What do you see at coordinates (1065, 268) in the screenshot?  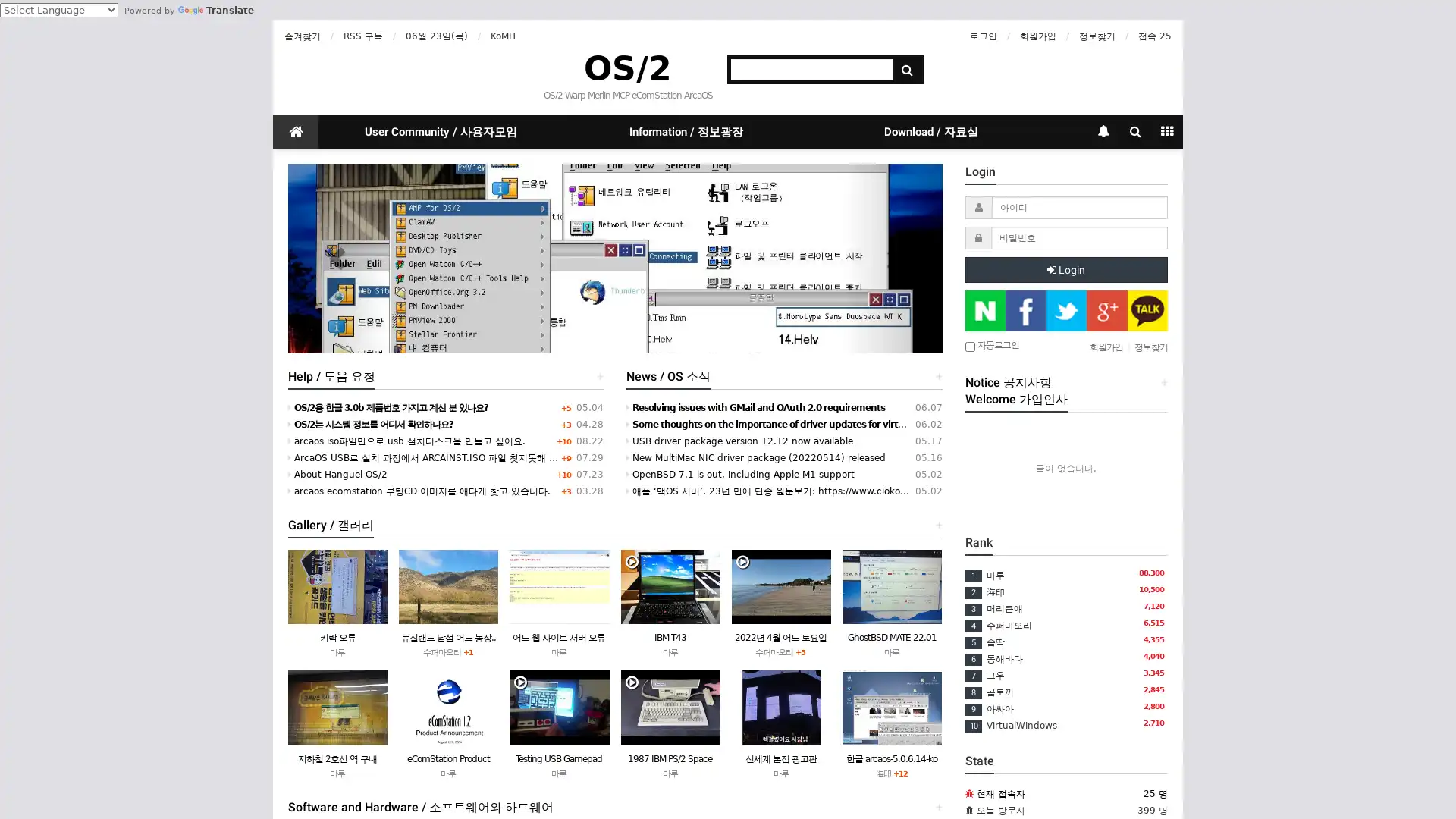 I see `Login` at bounding box center [1065, 268].